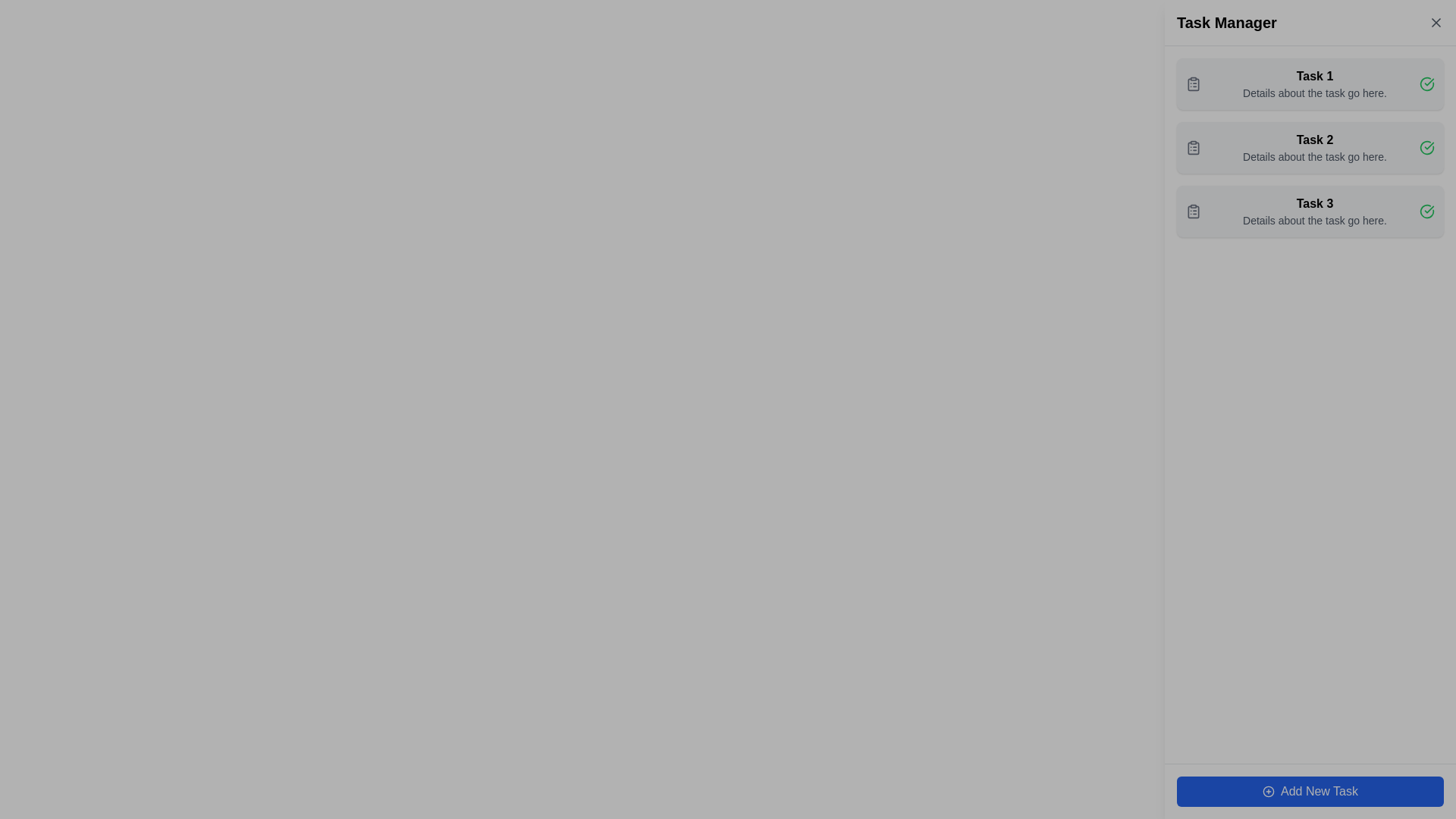  I want to click on the third task entry in the task manager interface that displays the title and description of a task, located below 'Task 2', so click(1313, 211).